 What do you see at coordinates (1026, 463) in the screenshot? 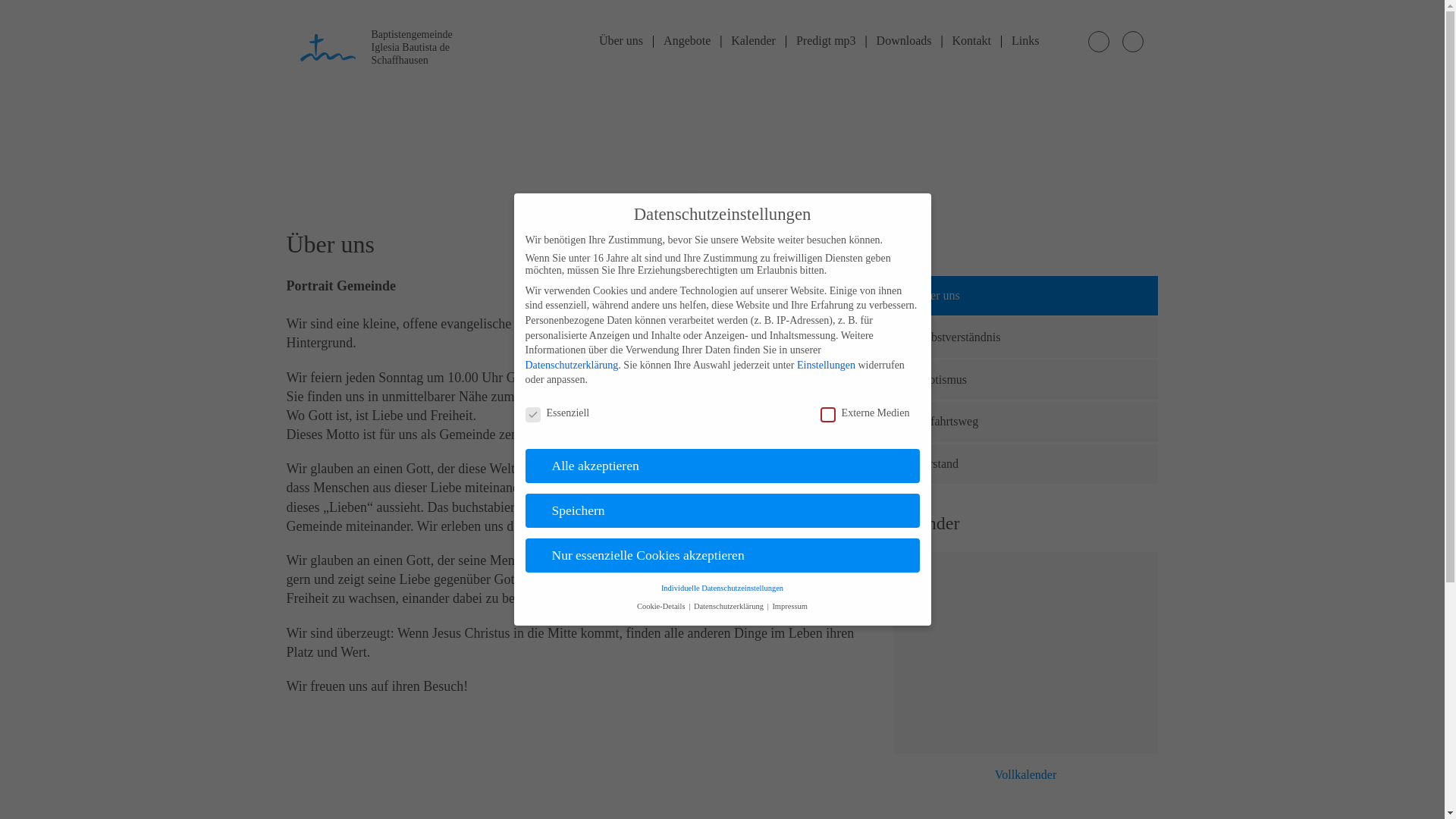
I see `'Vorstand'` at bounding box center [1026, 463].